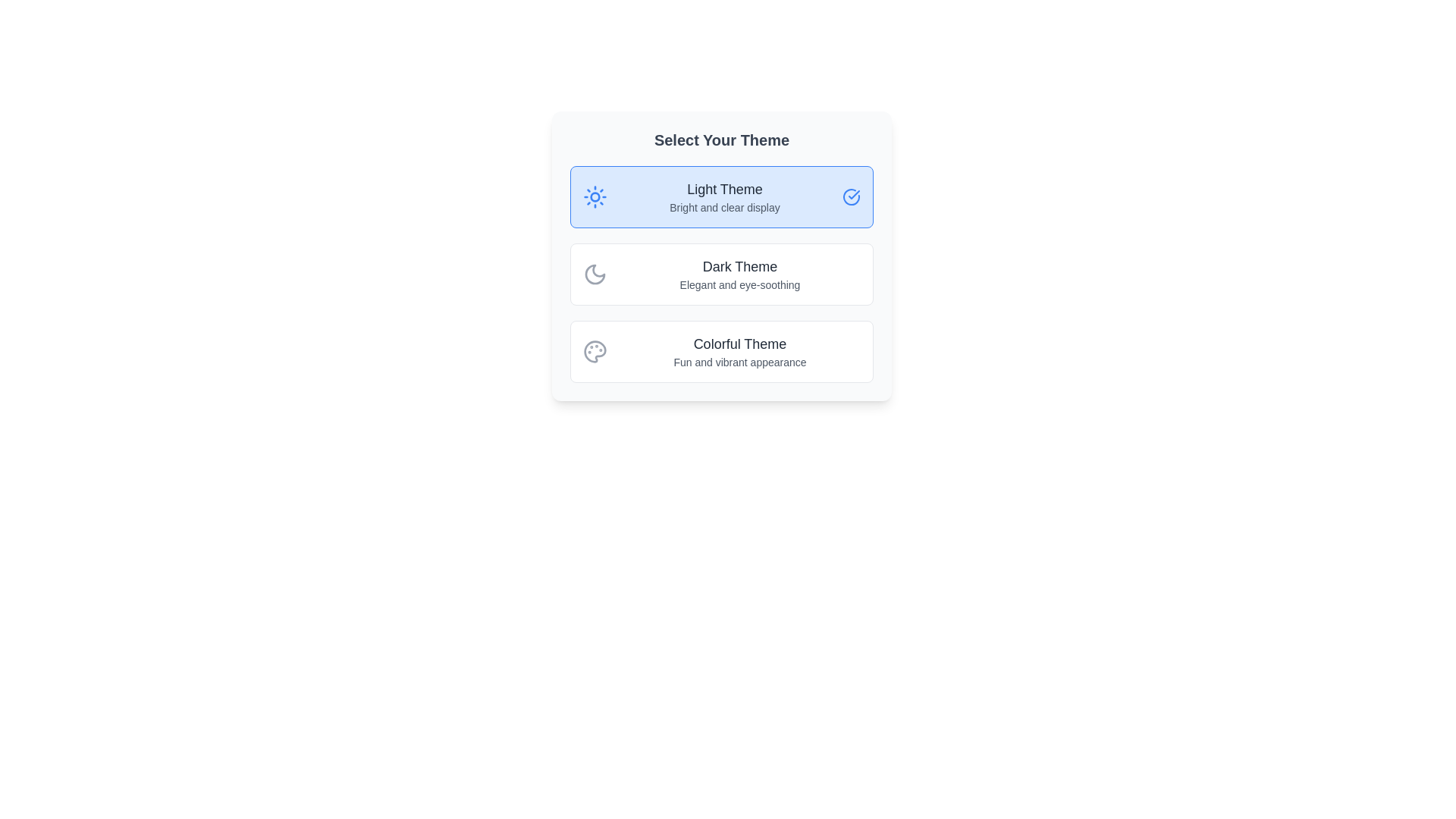 The width and height of the screenshot is (1456, 819). What do you see at coordinates (739, 284) in the screenshot?
I see `the text label that reads 'Elegant and eye-soothing', which is styled in a small gray font and located directly below 'Dark Theme' within the 'Select Your Theme' card interface` at bounding box center [739, 284].